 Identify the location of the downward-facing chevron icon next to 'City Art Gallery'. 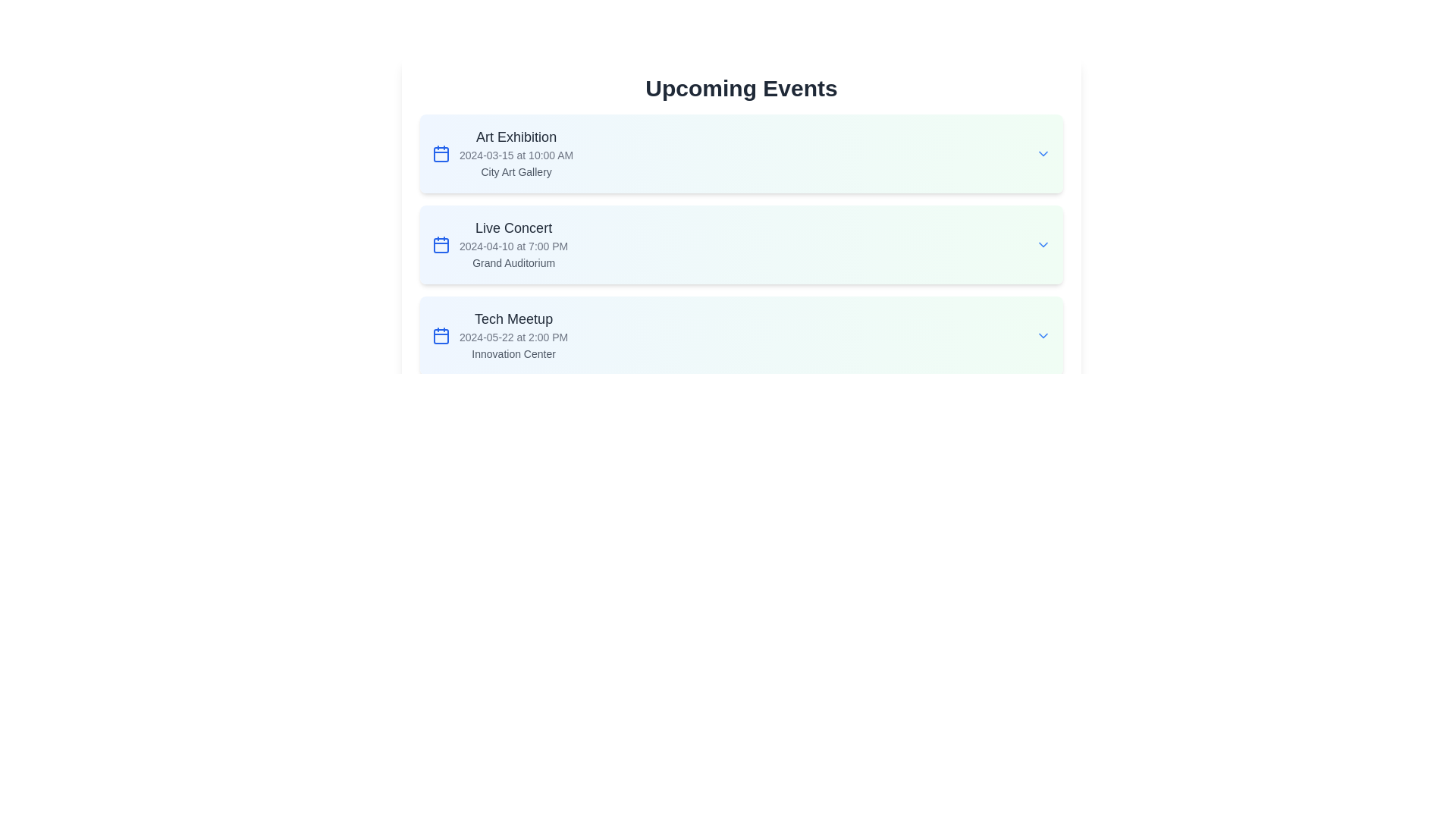
(1043, 154).